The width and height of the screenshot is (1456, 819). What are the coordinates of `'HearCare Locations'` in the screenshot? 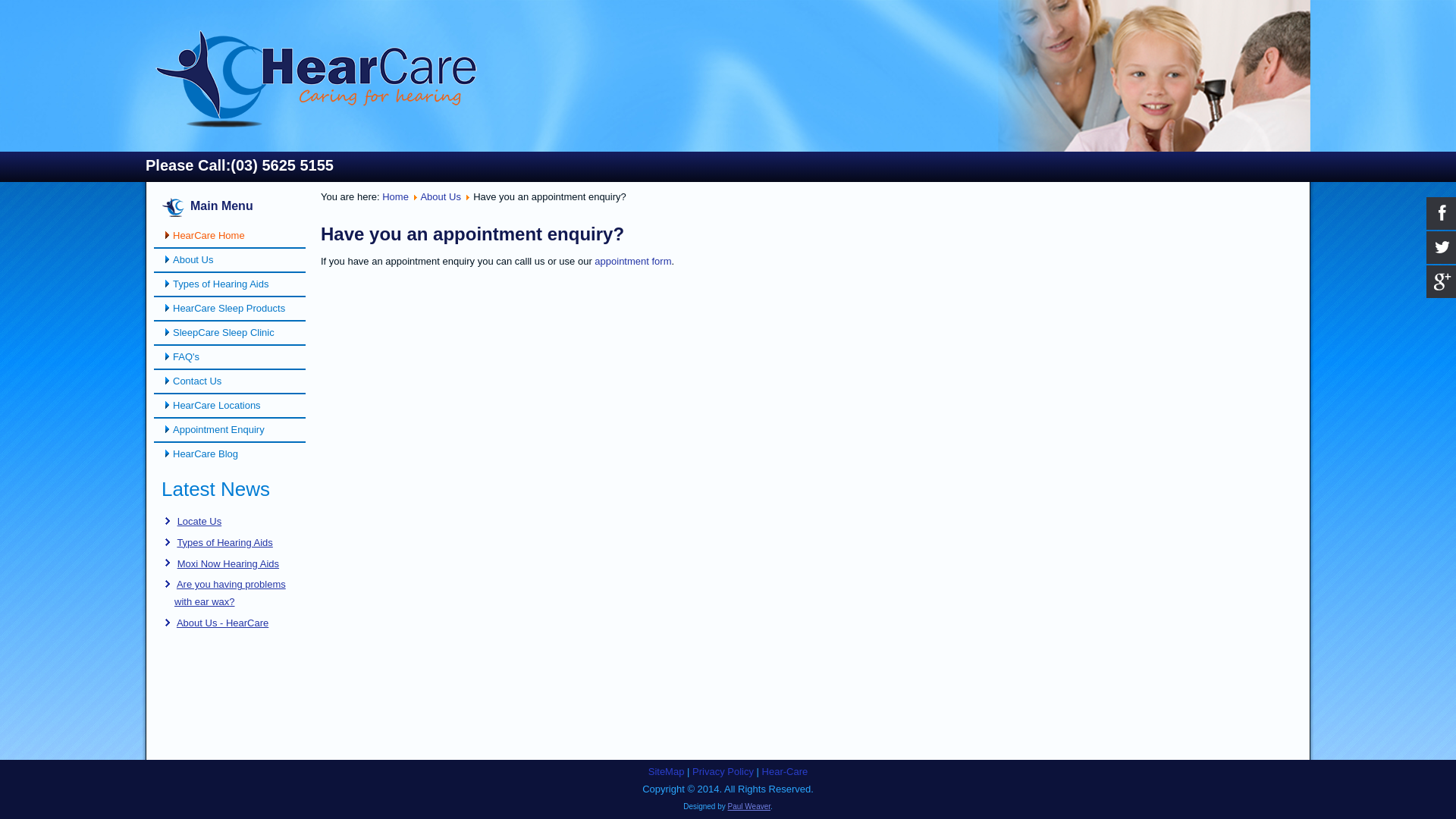 It's located at (228, 405).